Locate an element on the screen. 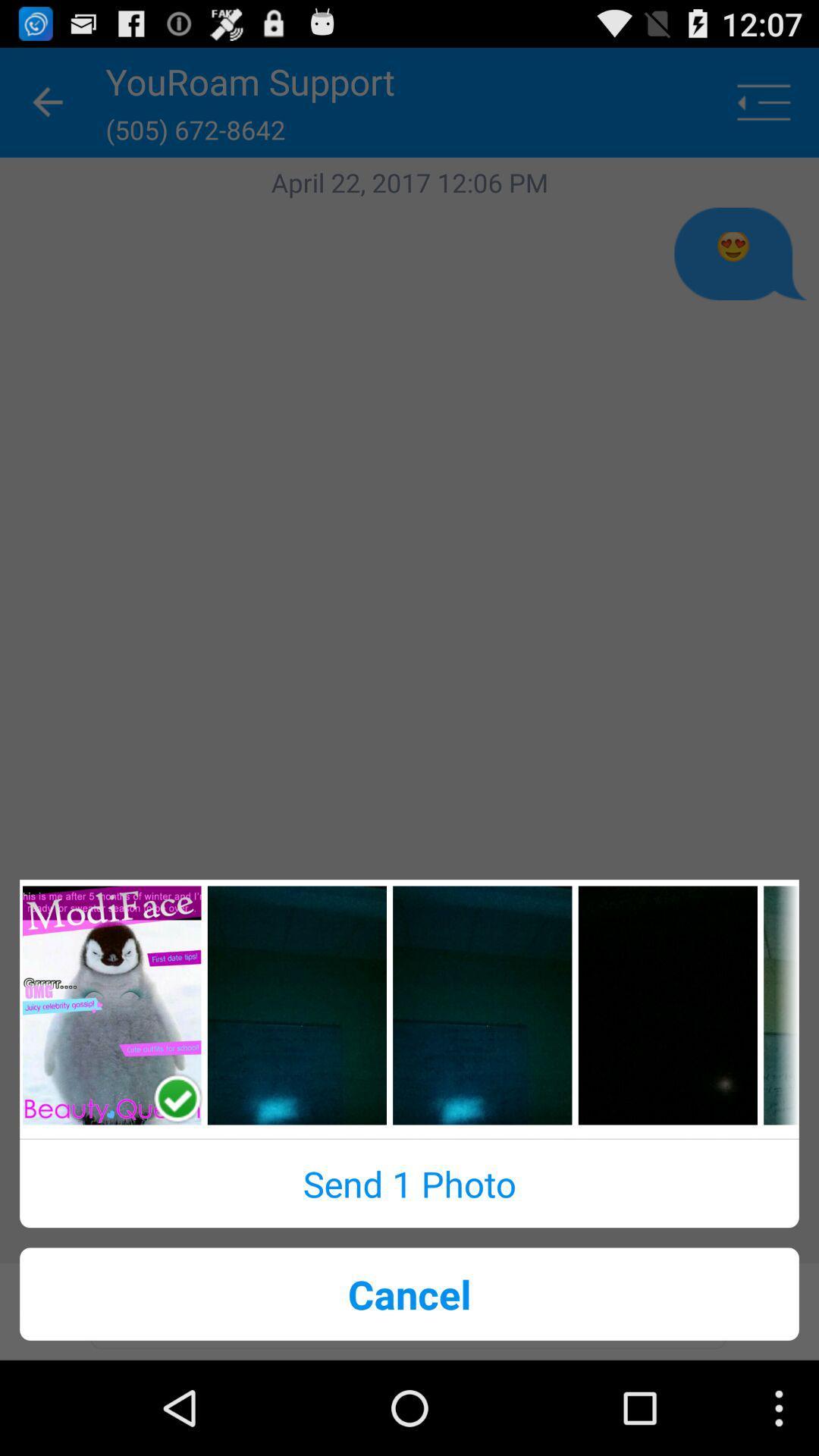  a picture to be send is located at coordinates (297, 1005).